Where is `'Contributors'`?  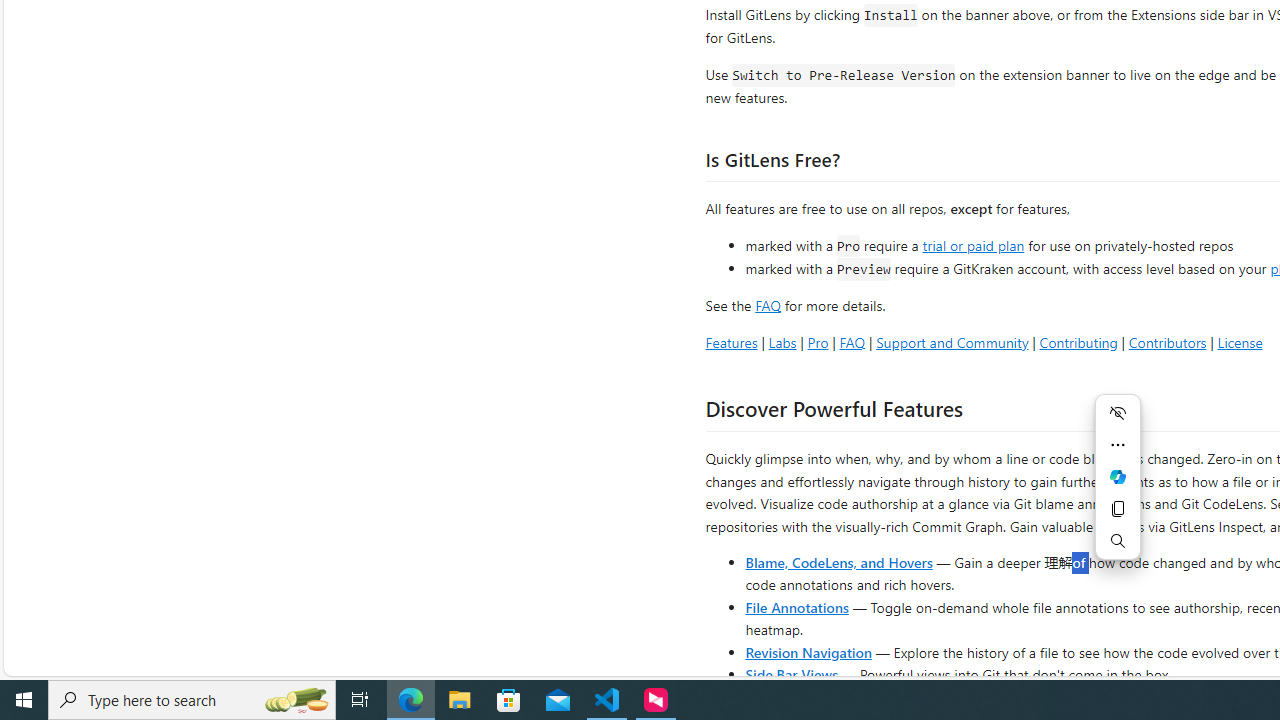
'Contributors' is located at coordinates (1167, 341).